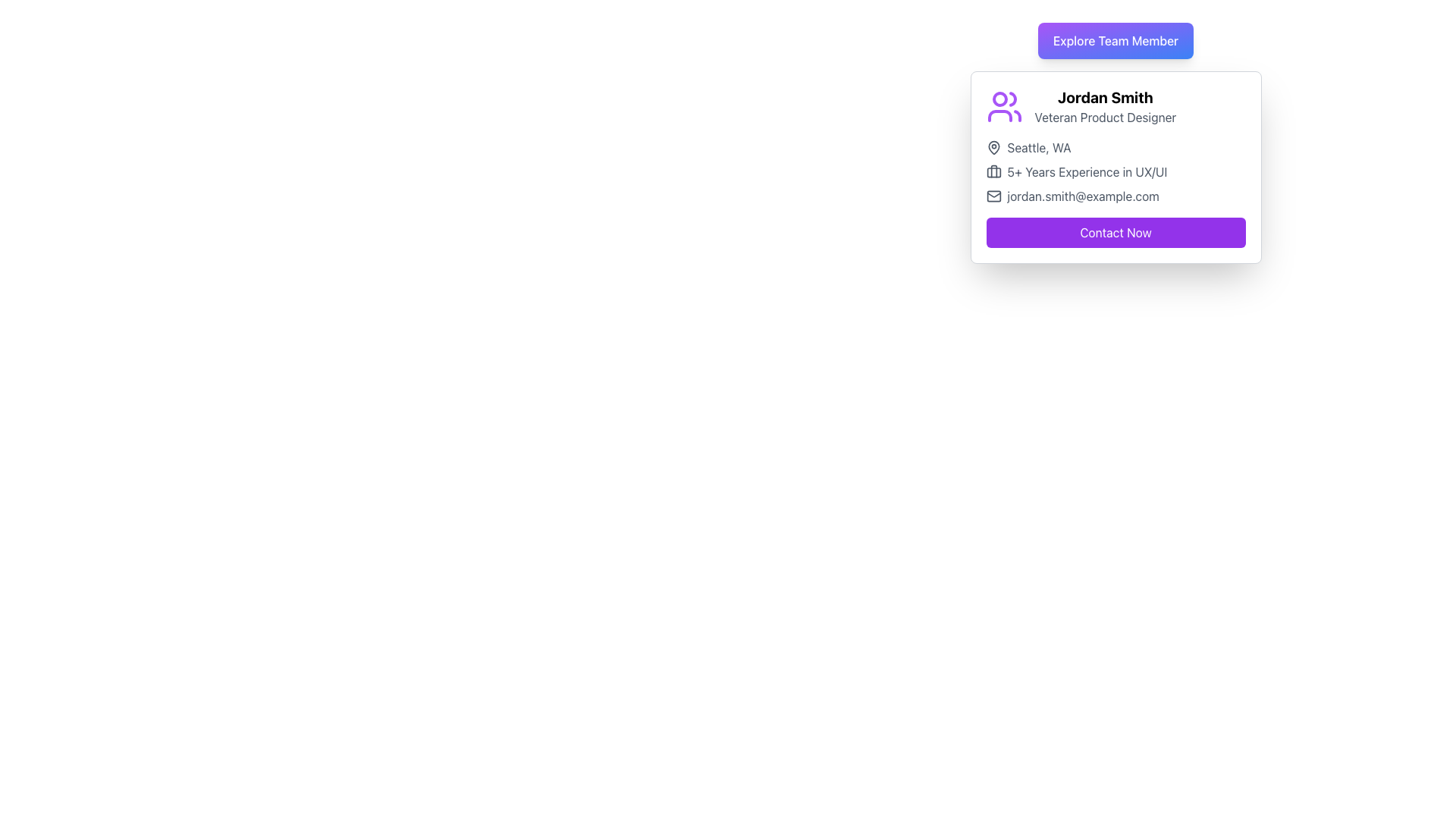 The height and width of the screenshot is (819, 1456). What do you see at coordinates (993, 148) in the screenshot?
I see `the geographical icon representing 'Seattle, WA' located at the top-left side of Jordan Smith's information card` at bounding box center [993, 148].